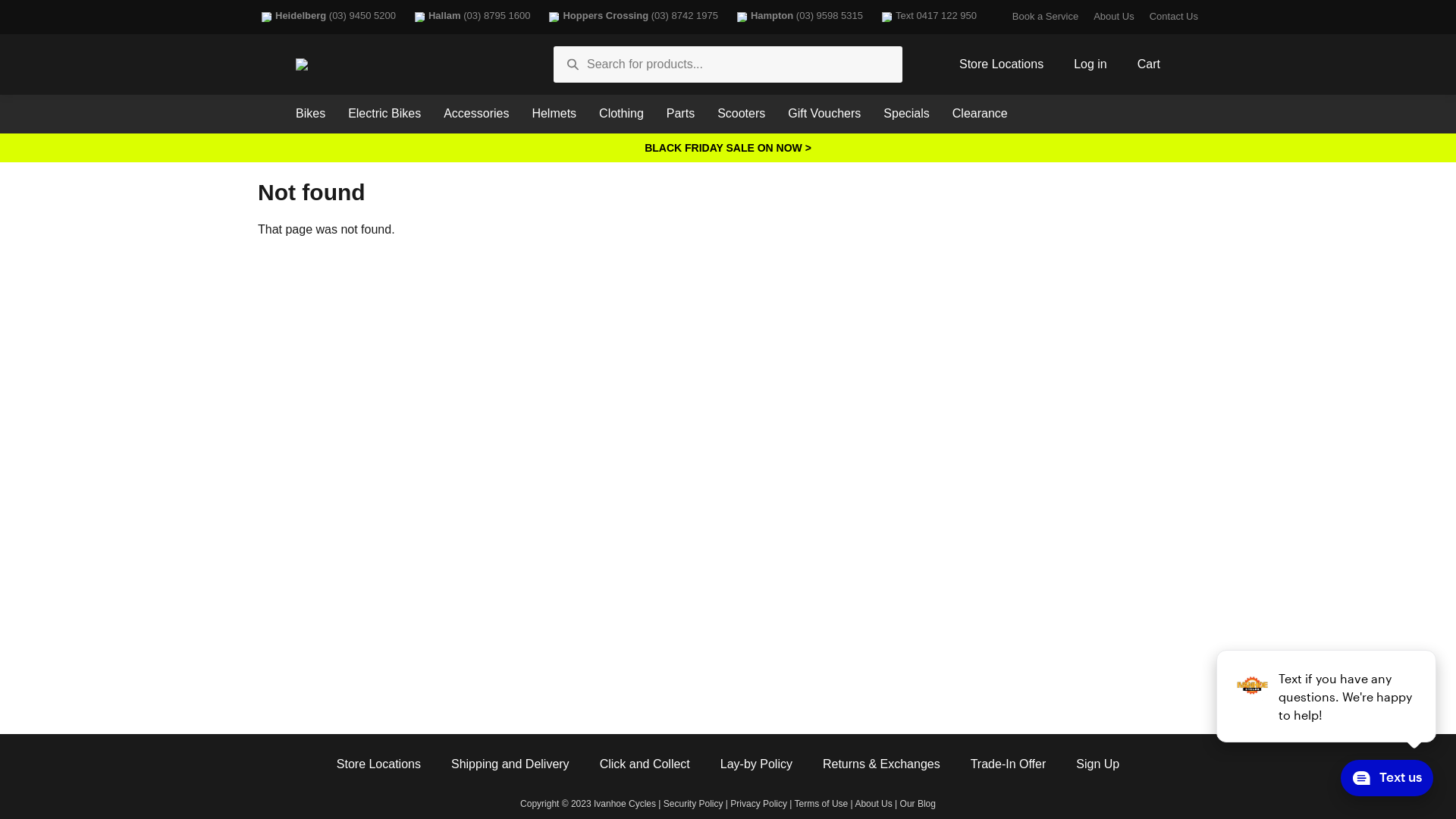 This screenshot has width=1456, height=819. What do you see at coordinates (645, 764) in the screenshot?
I see `'Click and Collect'` at bounding box center [645, 764].